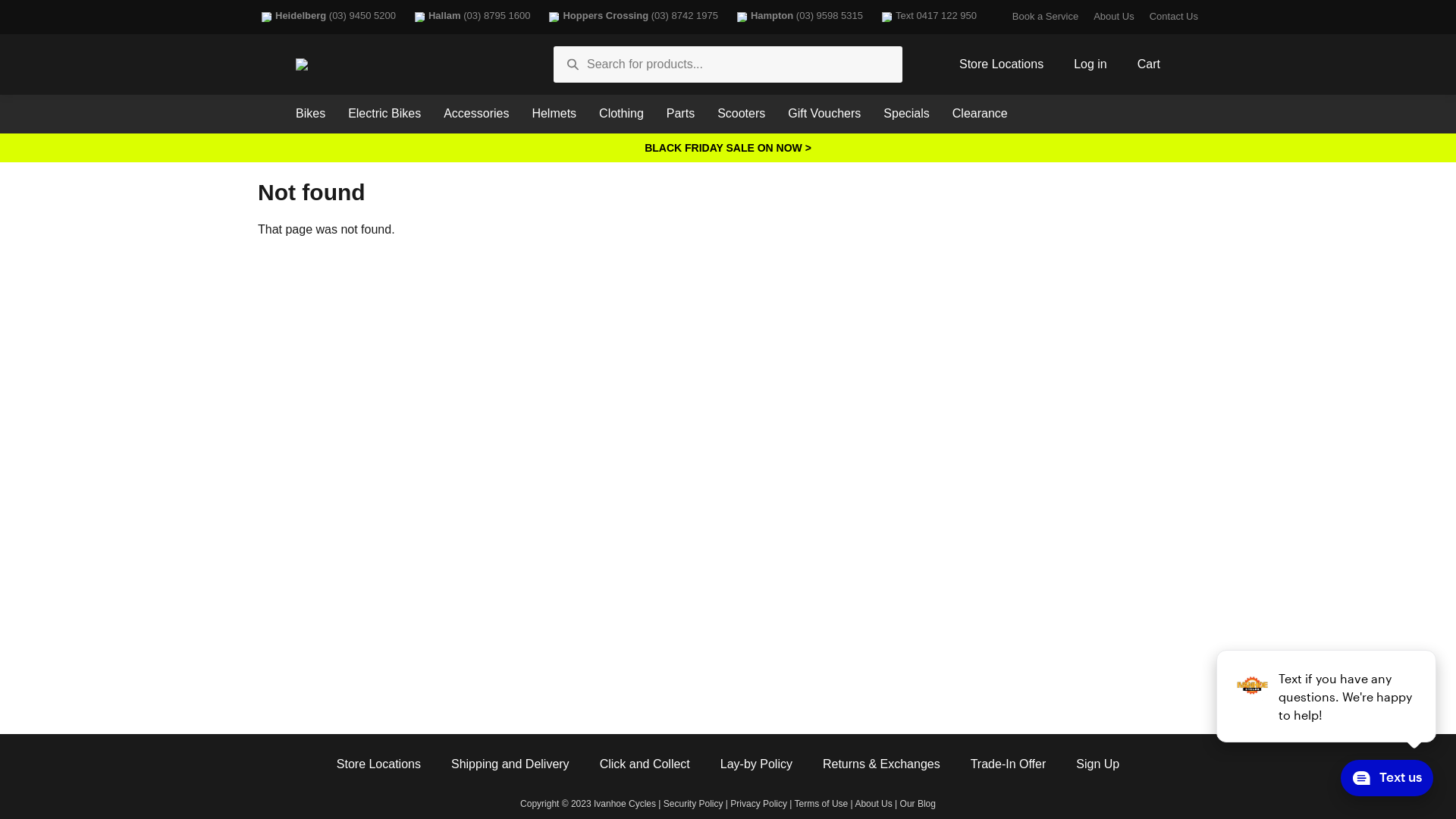 This screenshot has width=1456, height=819. What do you see at coordinates (645, 764) in the screenshot?
I see `'Click and Collect'` at bounding box center [645, 764].